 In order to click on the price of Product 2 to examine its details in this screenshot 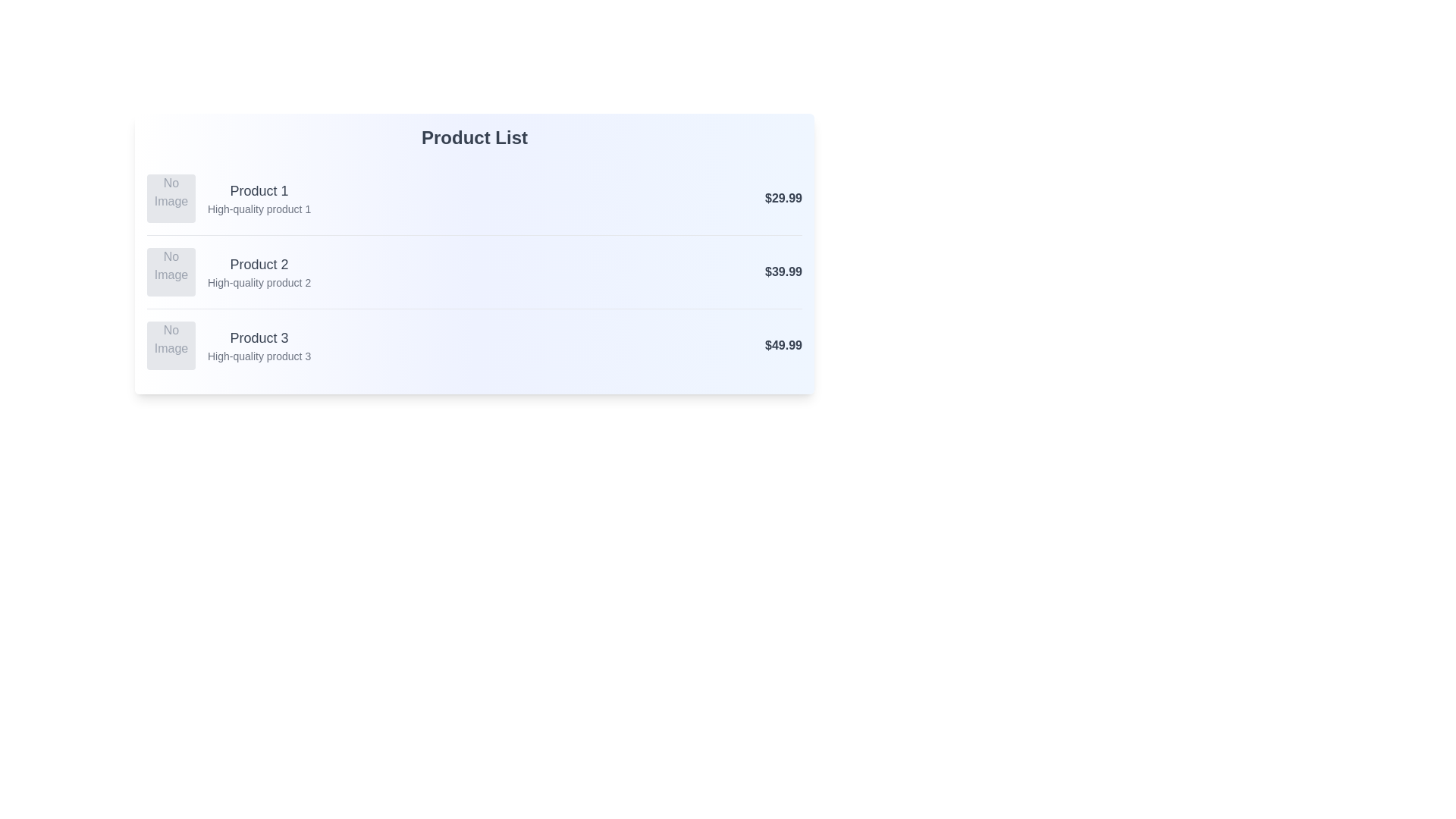, I will do `click(783, 271)`.